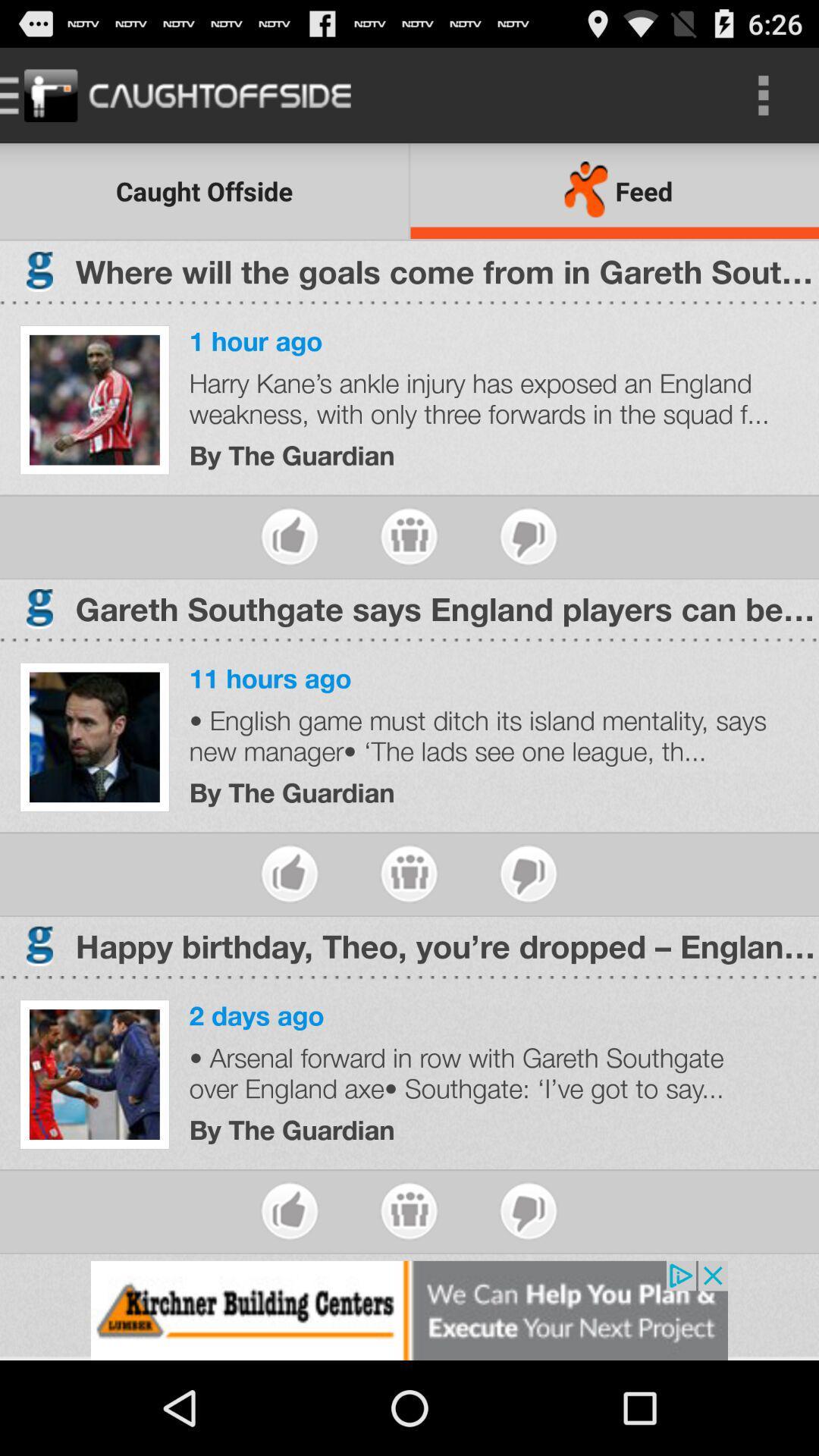 This screenshot has height=1456, width=819. I want to click on the pop menu, so click(408, 1210).